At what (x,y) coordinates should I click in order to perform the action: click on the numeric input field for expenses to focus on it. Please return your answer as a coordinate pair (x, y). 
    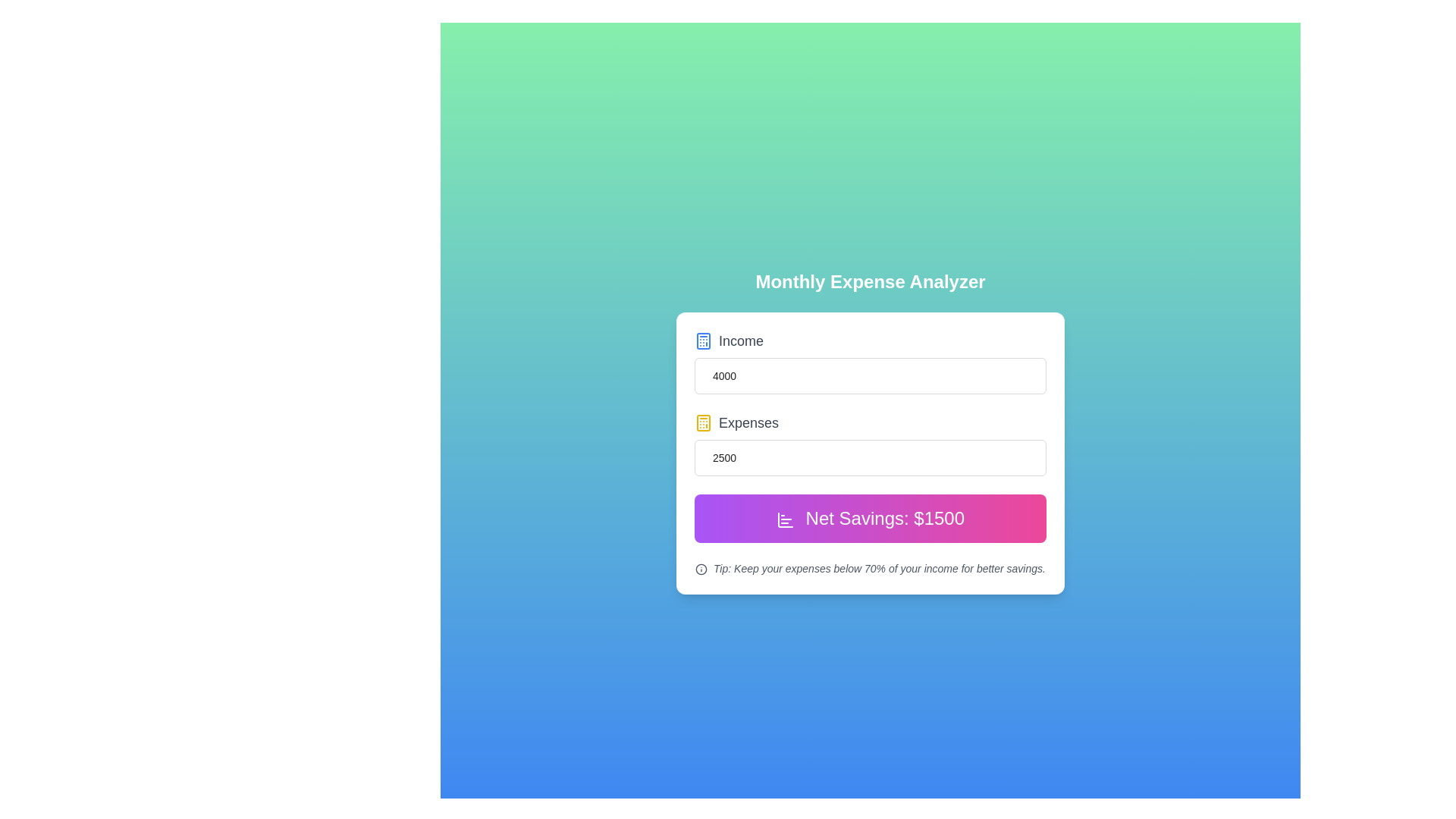
    Looking at the image, I should click on (870, 457).